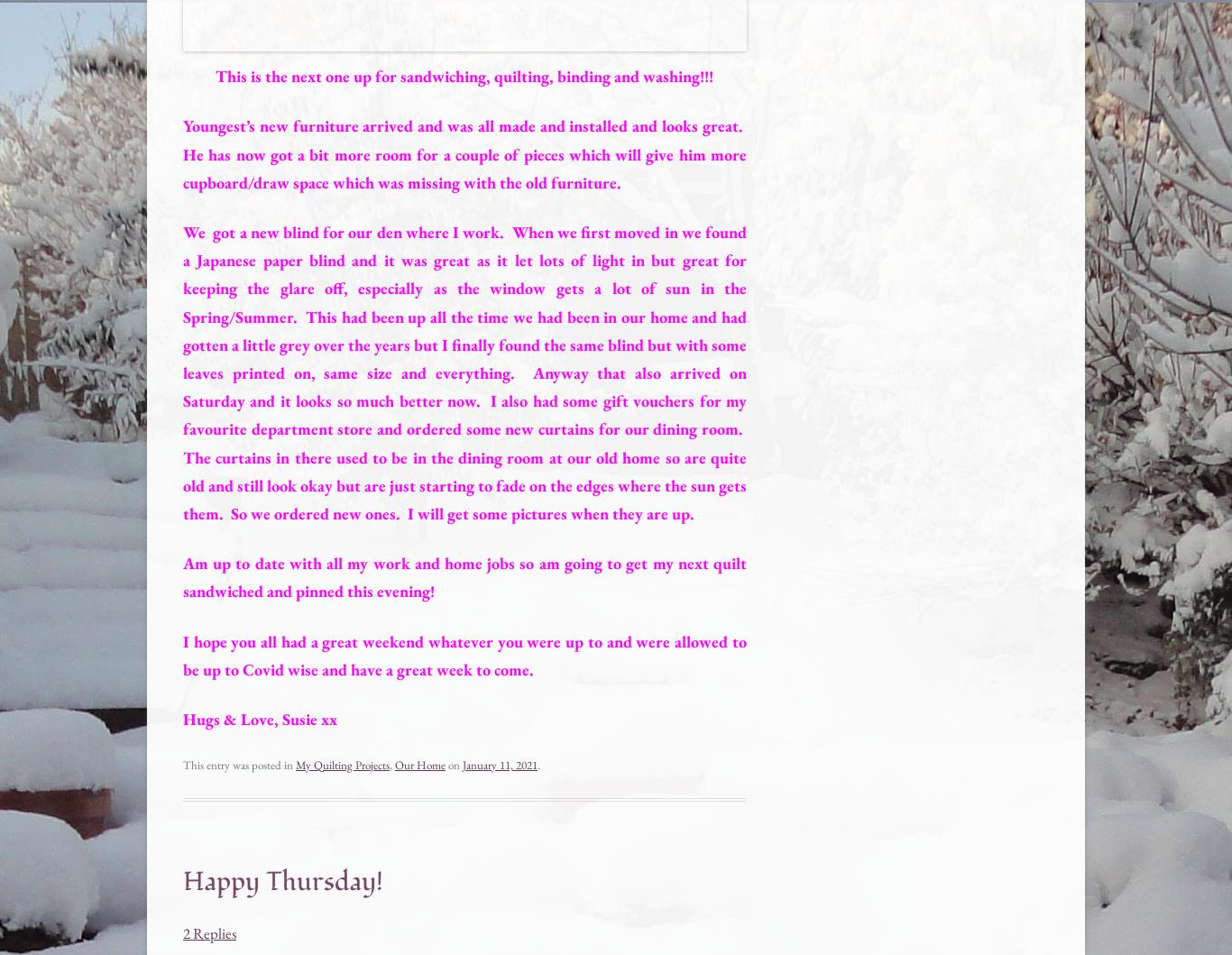 The image size is (1232, 955). What do you see at coordinates (538, 765) in the screenshot?
I see `'.'` at bounding box center [538, 765].